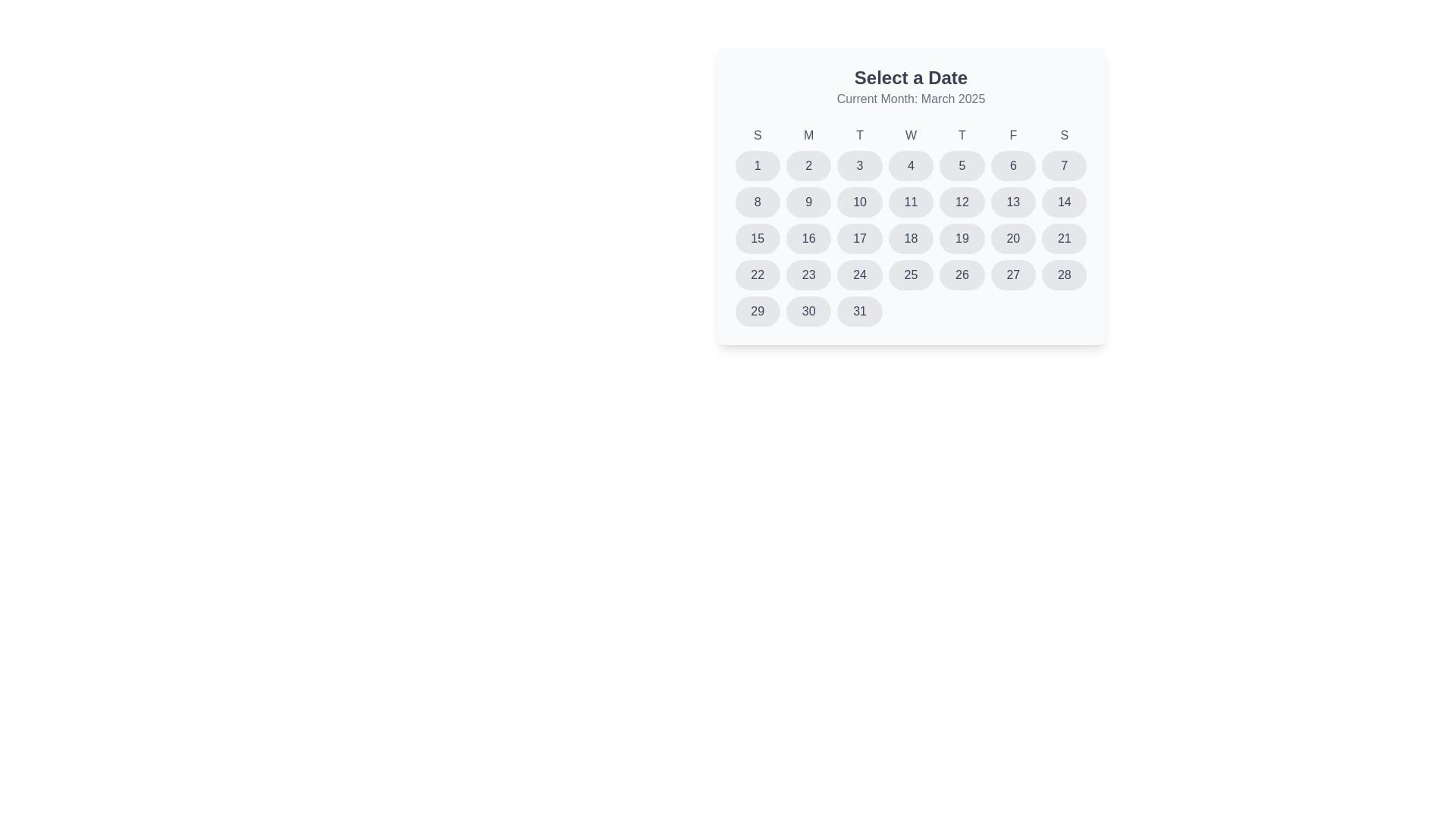 Image resolution: width=1456 pixels, height=819 pixels. I want to click on the fourth interactive date button for the date '4' in the calendar interface, so click(910, 166).